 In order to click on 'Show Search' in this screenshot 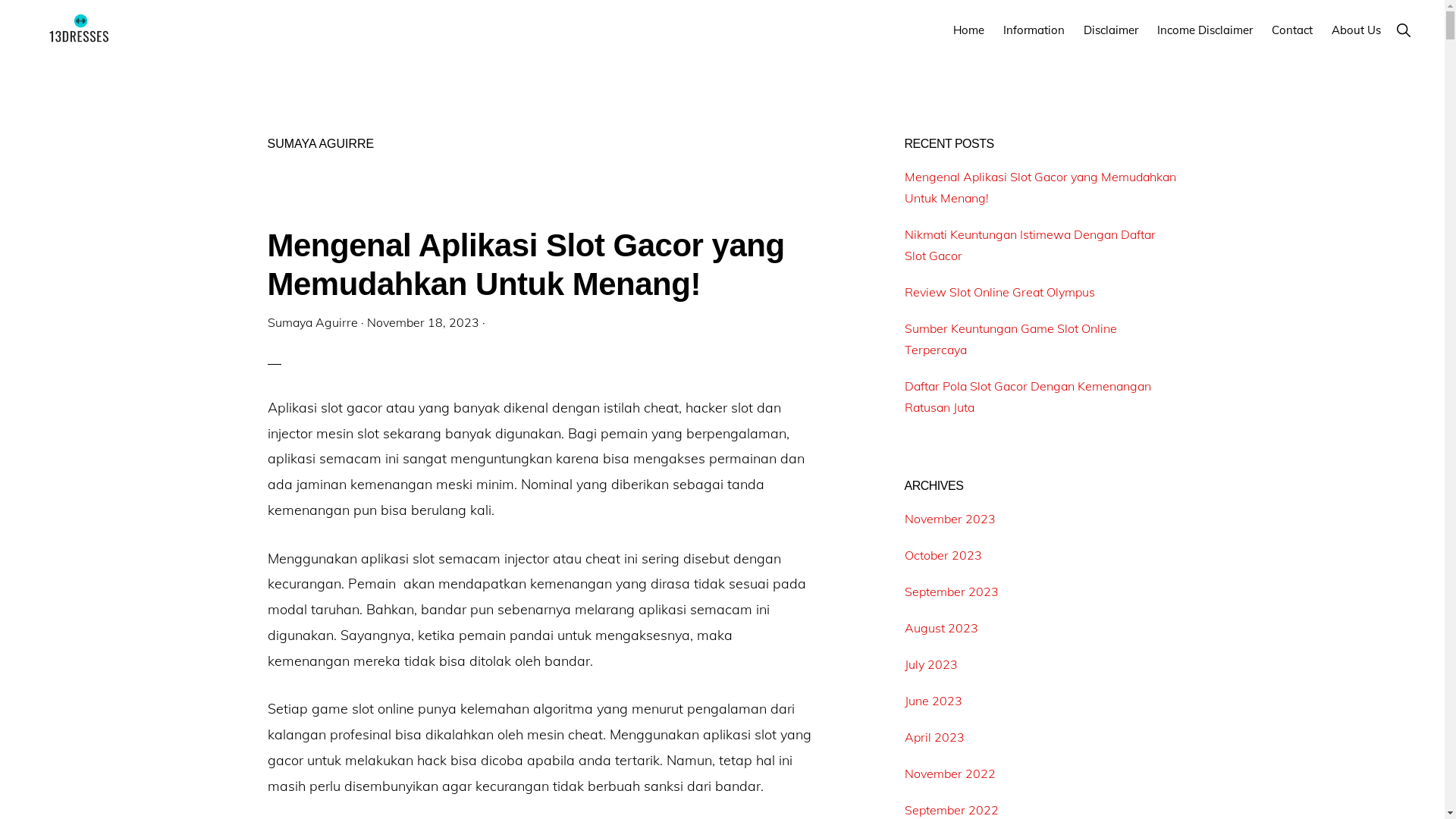, I will do `click(1402, 30)`.